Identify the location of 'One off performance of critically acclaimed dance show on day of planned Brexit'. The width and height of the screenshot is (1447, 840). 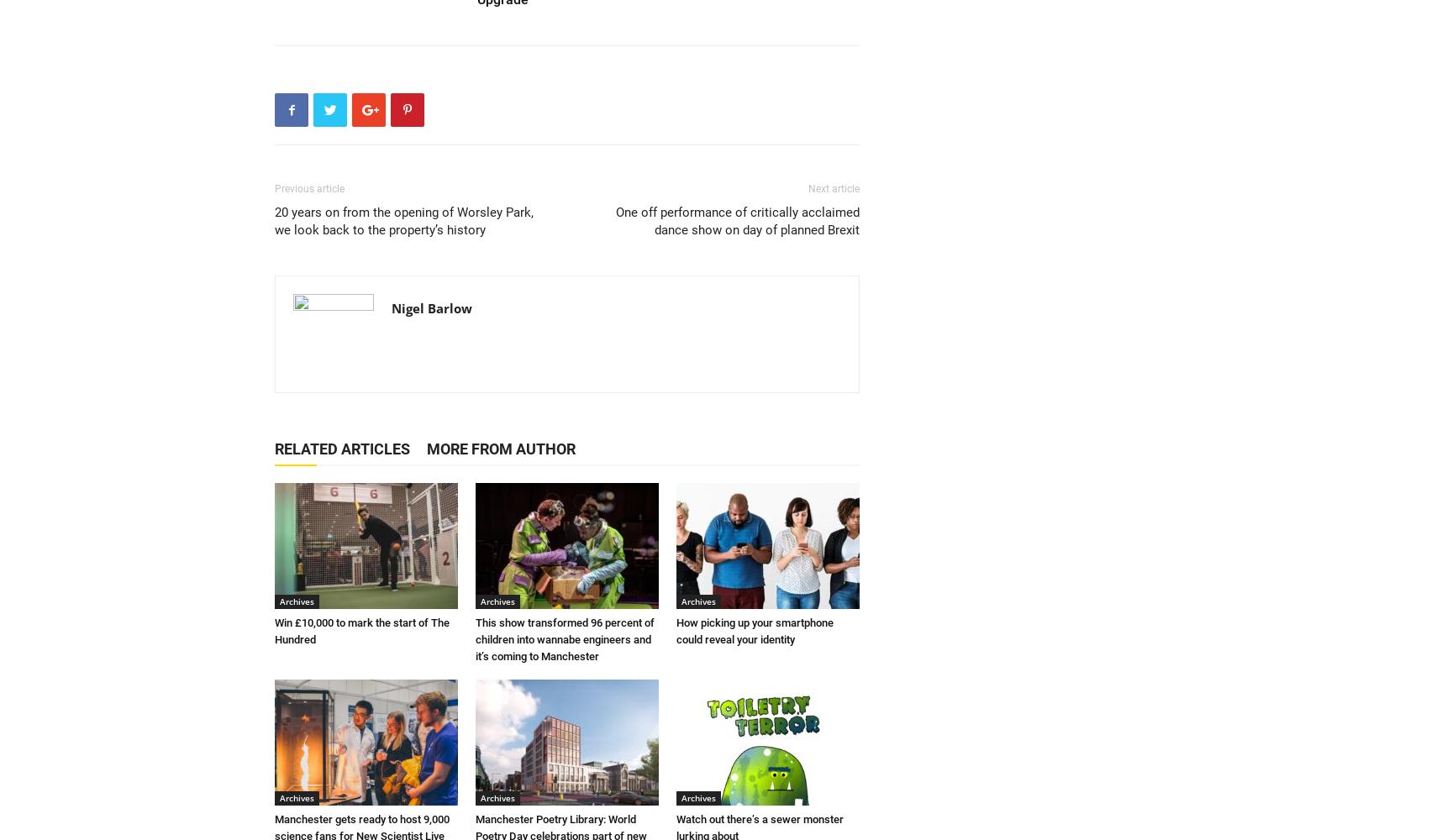
(615, 221).